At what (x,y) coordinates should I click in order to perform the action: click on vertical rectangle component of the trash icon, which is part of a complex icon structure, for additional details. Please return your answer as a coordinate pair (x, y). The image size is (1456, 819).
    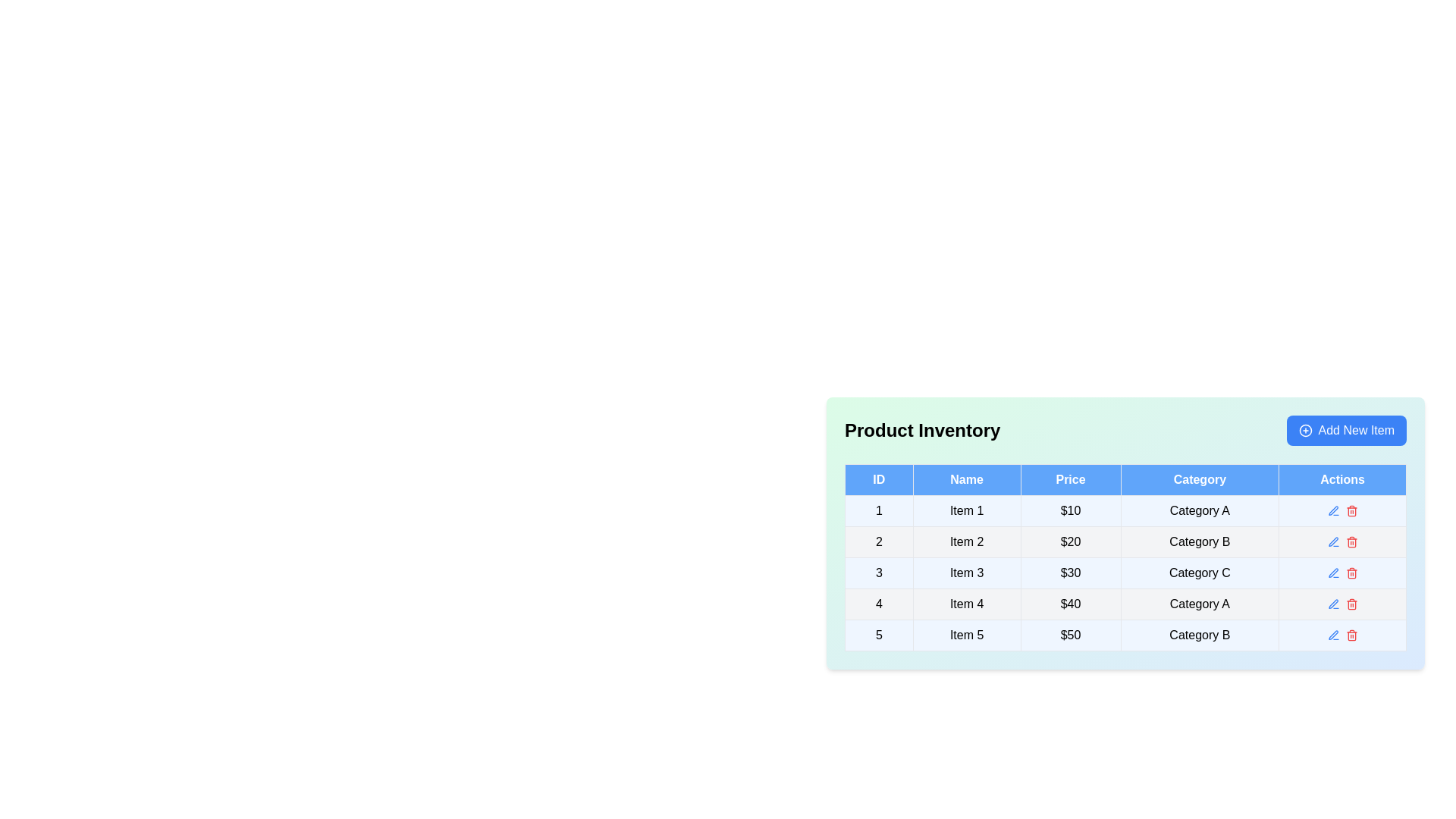
    Looking at the image, I should click on (1351, 542).